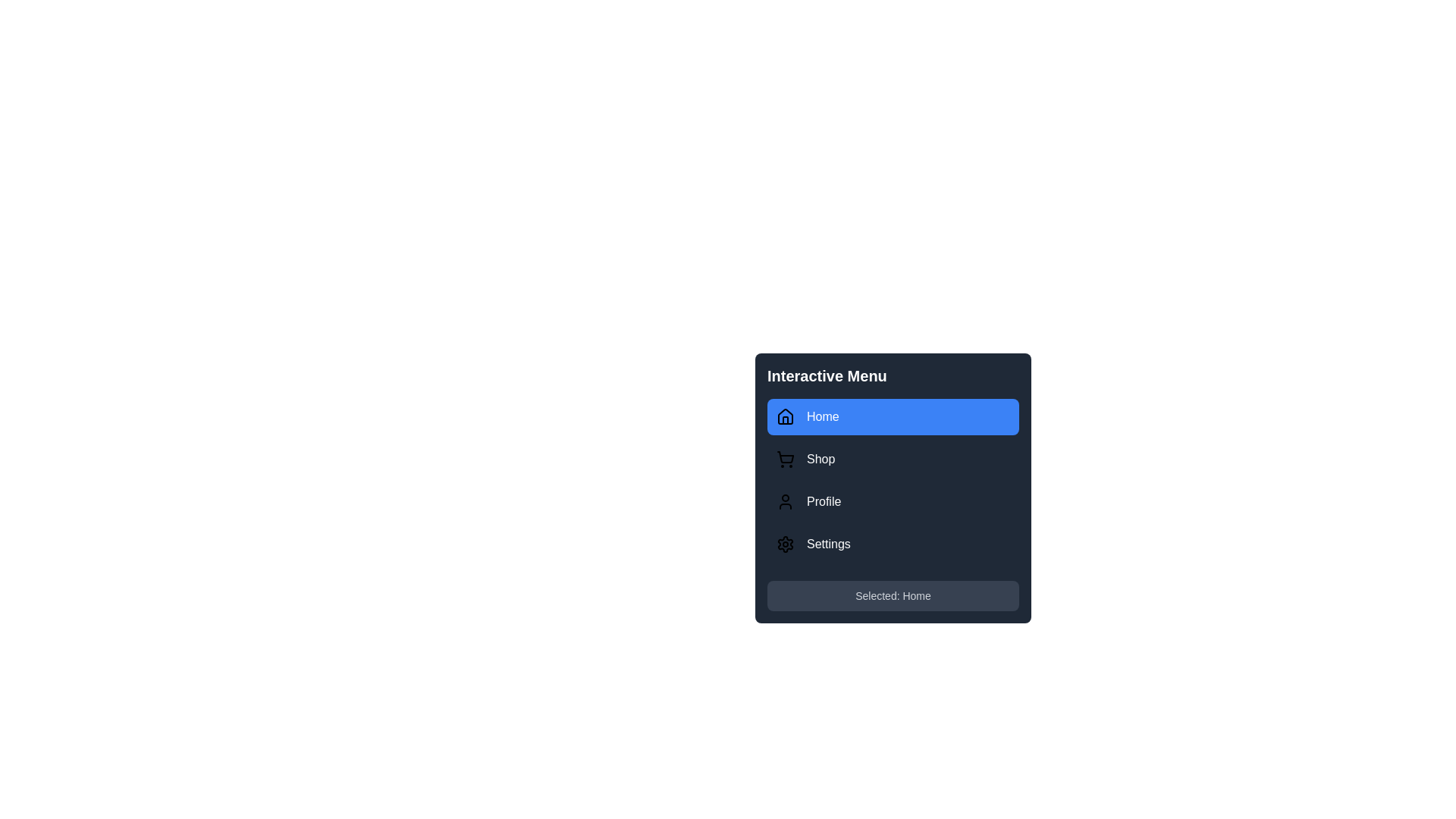  Describe the element at coordinates (786, 502) in the screenshot. I see `the 'Profile' menu icon which visually indicates access to profile settings or information` at that location.